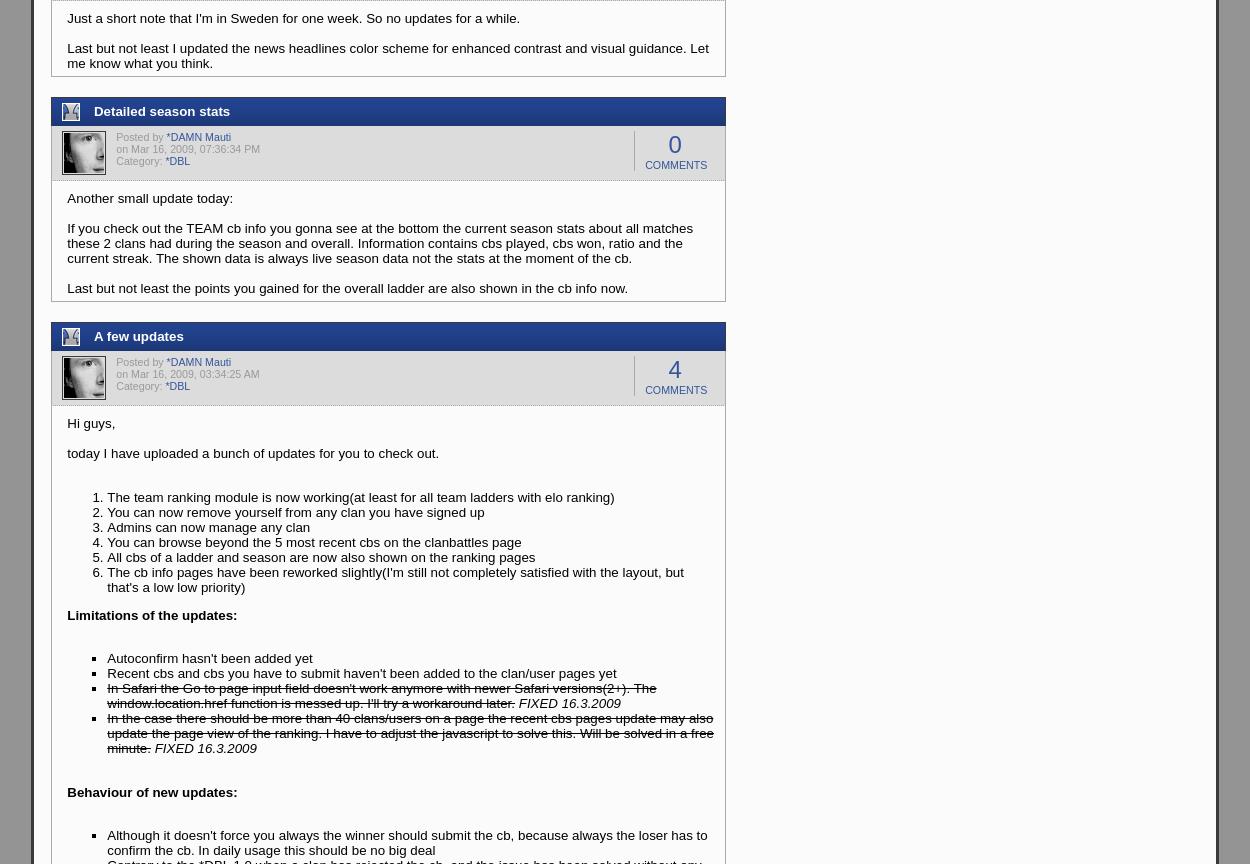 This screenshot has height=864, width=1250. What do you see at coordinates (106, 555) in the screenshot?
I see `'All cbs of a ladder and season are now also shown on the ranking pages'` at bounding box center [106, 555].